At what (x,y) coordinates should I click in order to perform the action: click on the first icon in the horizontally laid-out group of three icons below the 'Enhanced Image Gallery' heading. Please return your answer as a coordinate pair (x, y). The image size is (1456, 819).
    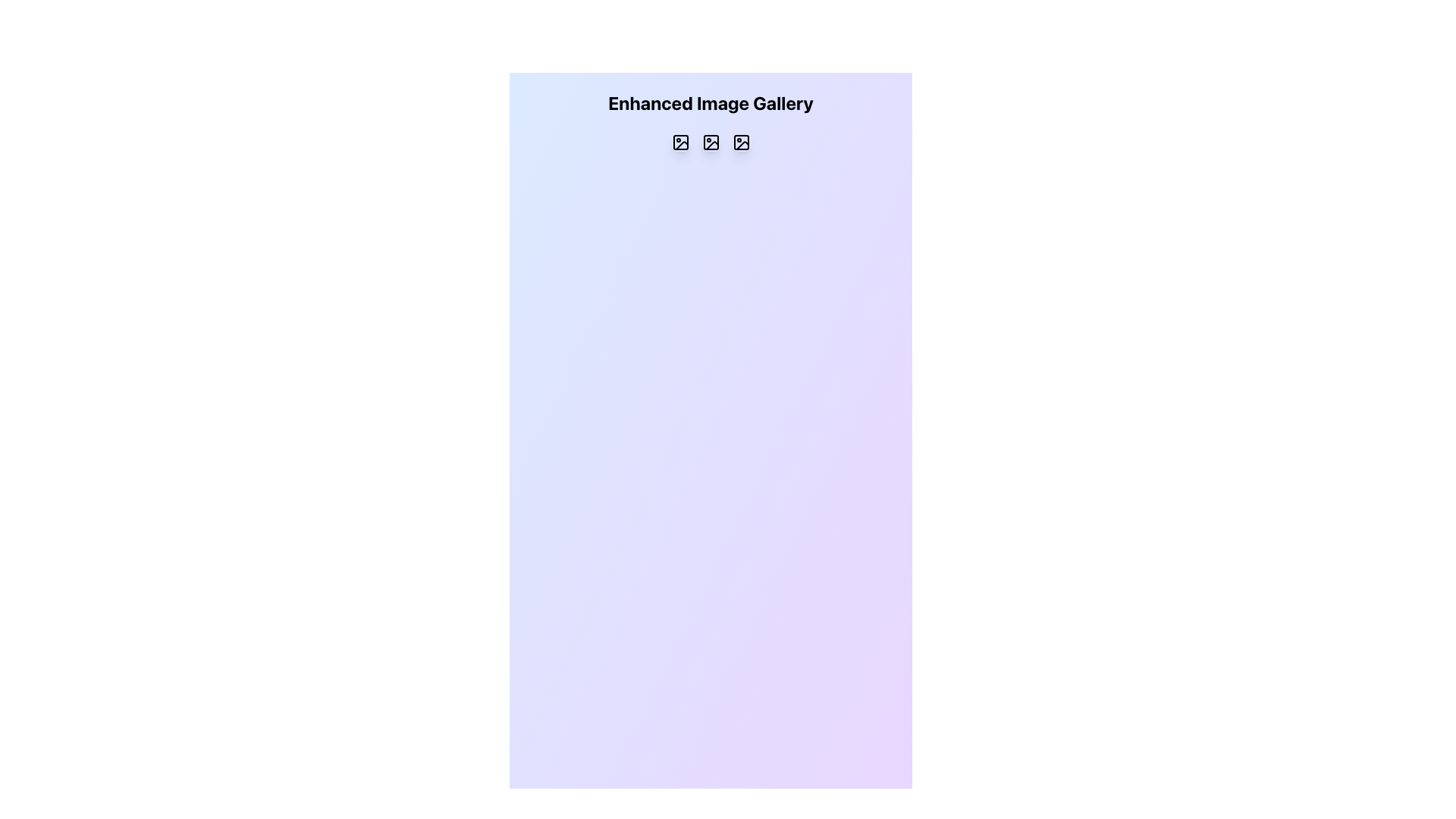
    Looking at the image, I should click on (679, 143).